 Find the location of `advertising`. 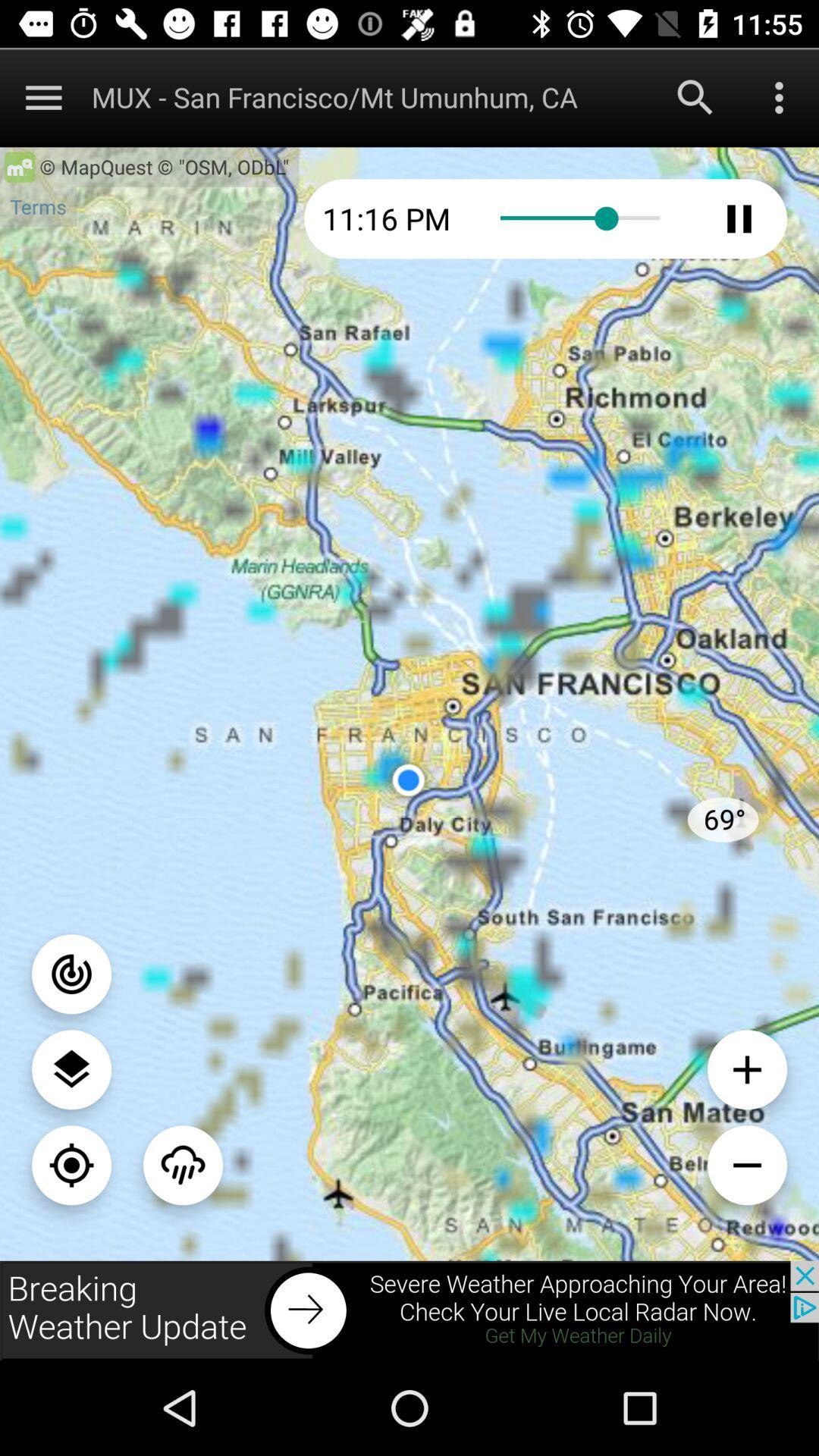

advertising is located at coordinates (409, 1310).